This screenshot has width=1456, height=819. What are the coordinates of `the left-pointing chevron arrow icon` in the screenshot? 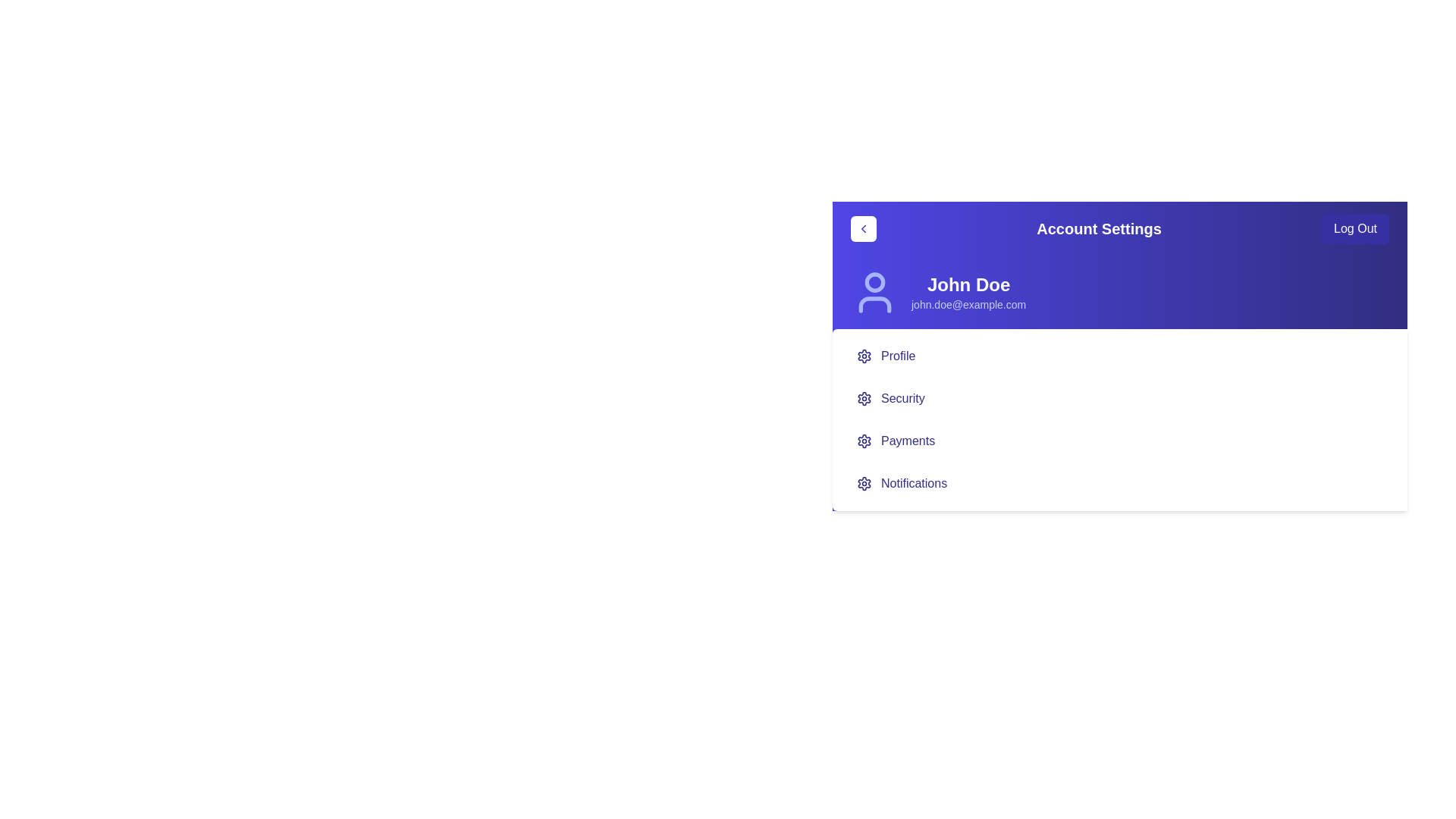 It's located at (863, 228).